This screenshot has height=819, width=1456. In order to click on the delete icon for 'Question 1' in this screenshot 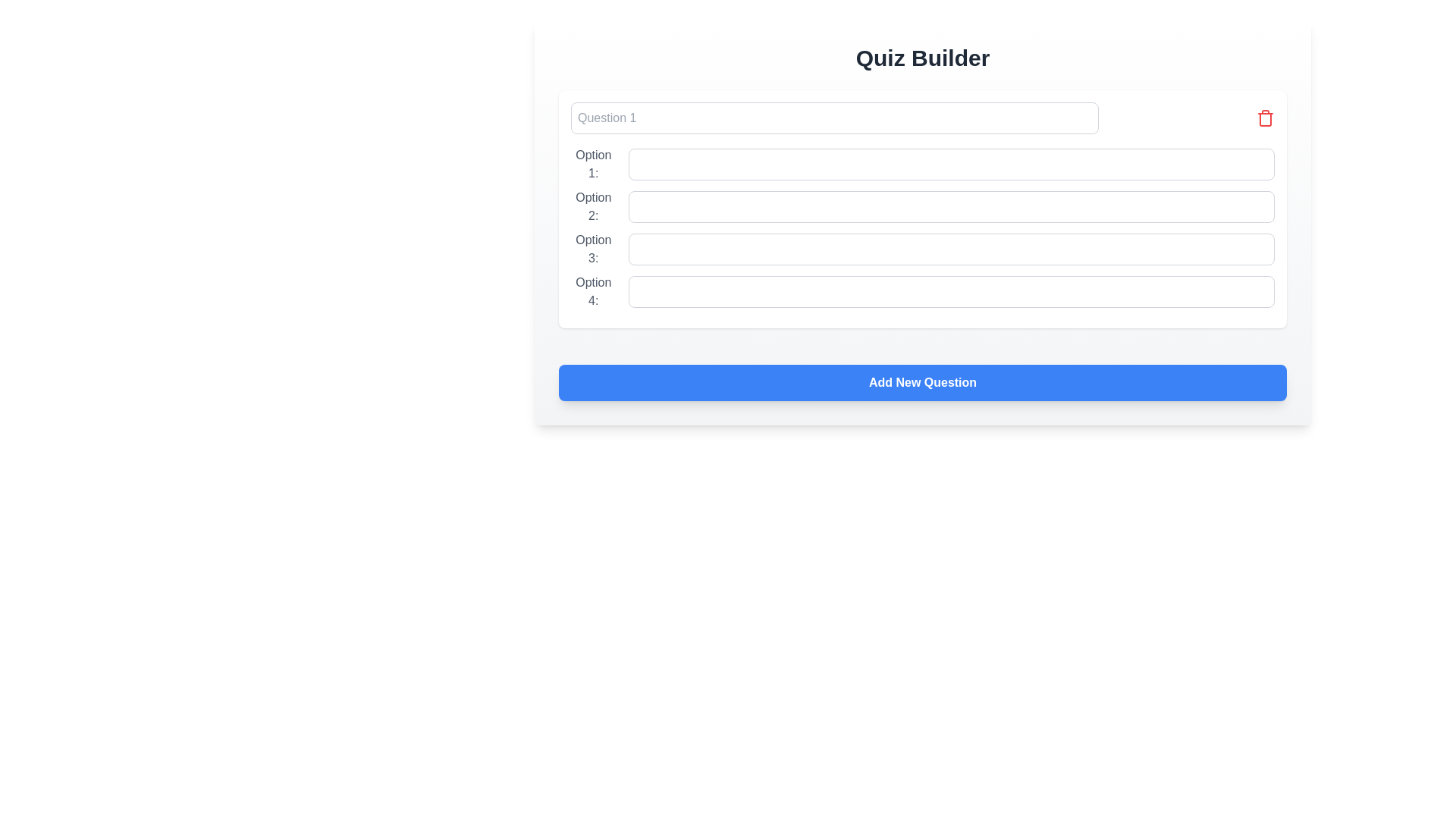, I will do `click(1266, 117)`.